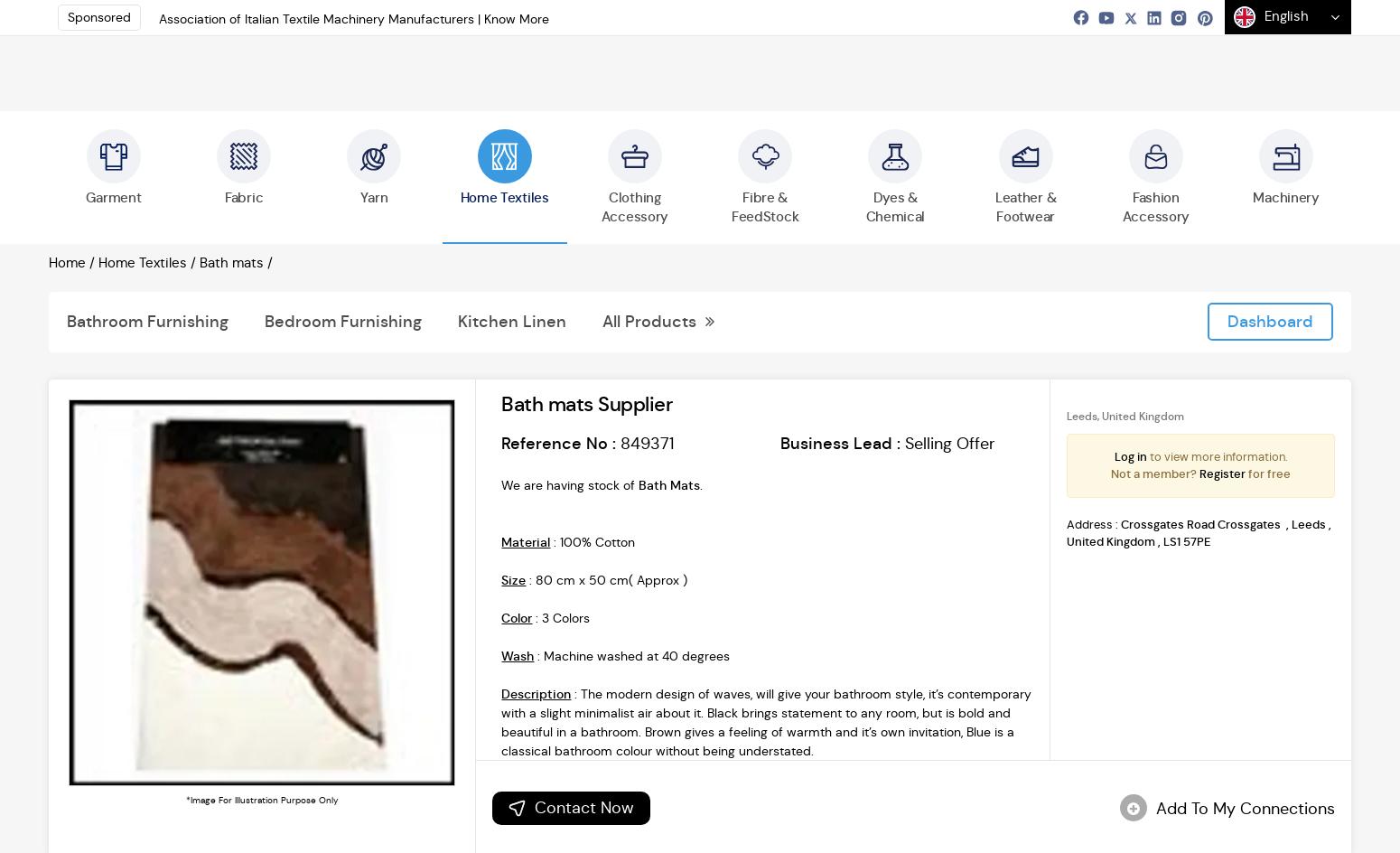  What do you see at coordinates (1241, 38) in the screenshot?
I see `'Sign In'` at bounding box center [1241, 38].